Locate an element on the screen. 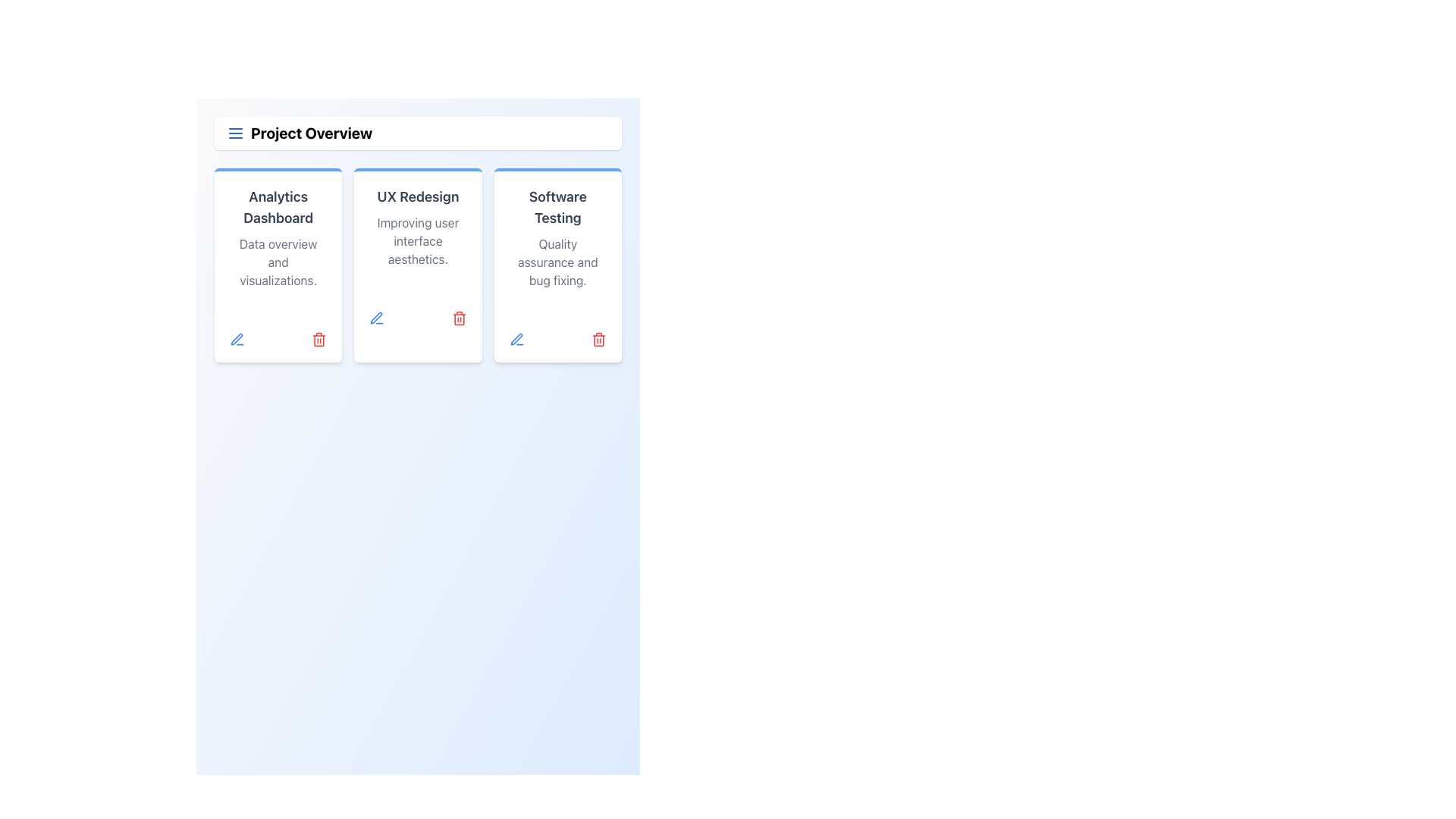  the descriptive text label located in the middle of the 'UX Redesign' card, which provides information about the redesign effort is located at coordinates (418, 240).